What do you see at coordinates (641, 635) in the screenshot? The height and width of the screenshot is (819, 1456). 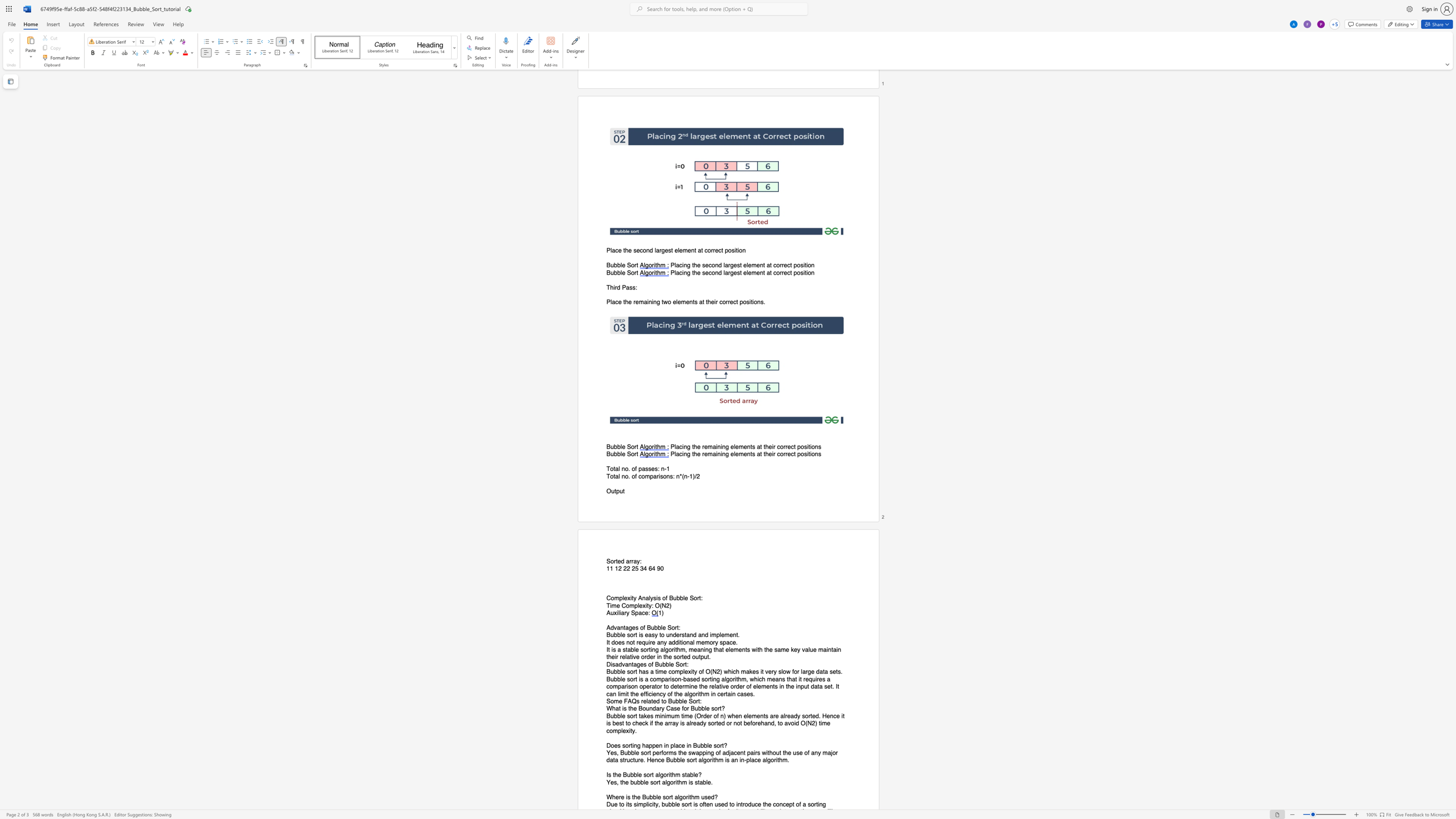 I see `the 2th character "s" in the text` at bounding box center [641, 635].